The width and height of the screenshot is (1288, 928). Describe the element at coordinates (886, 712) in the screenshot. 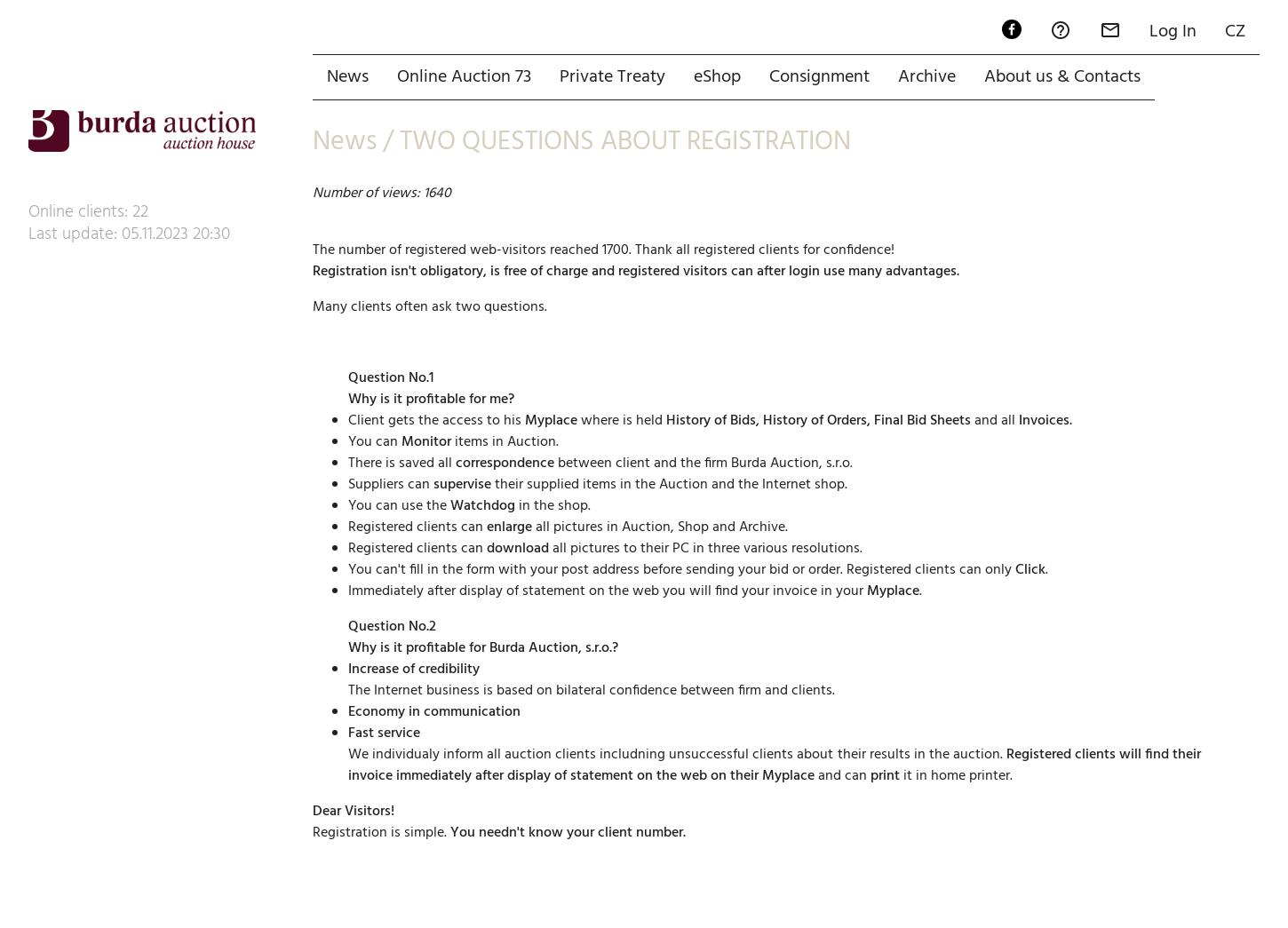

I see `'print'` at that location.